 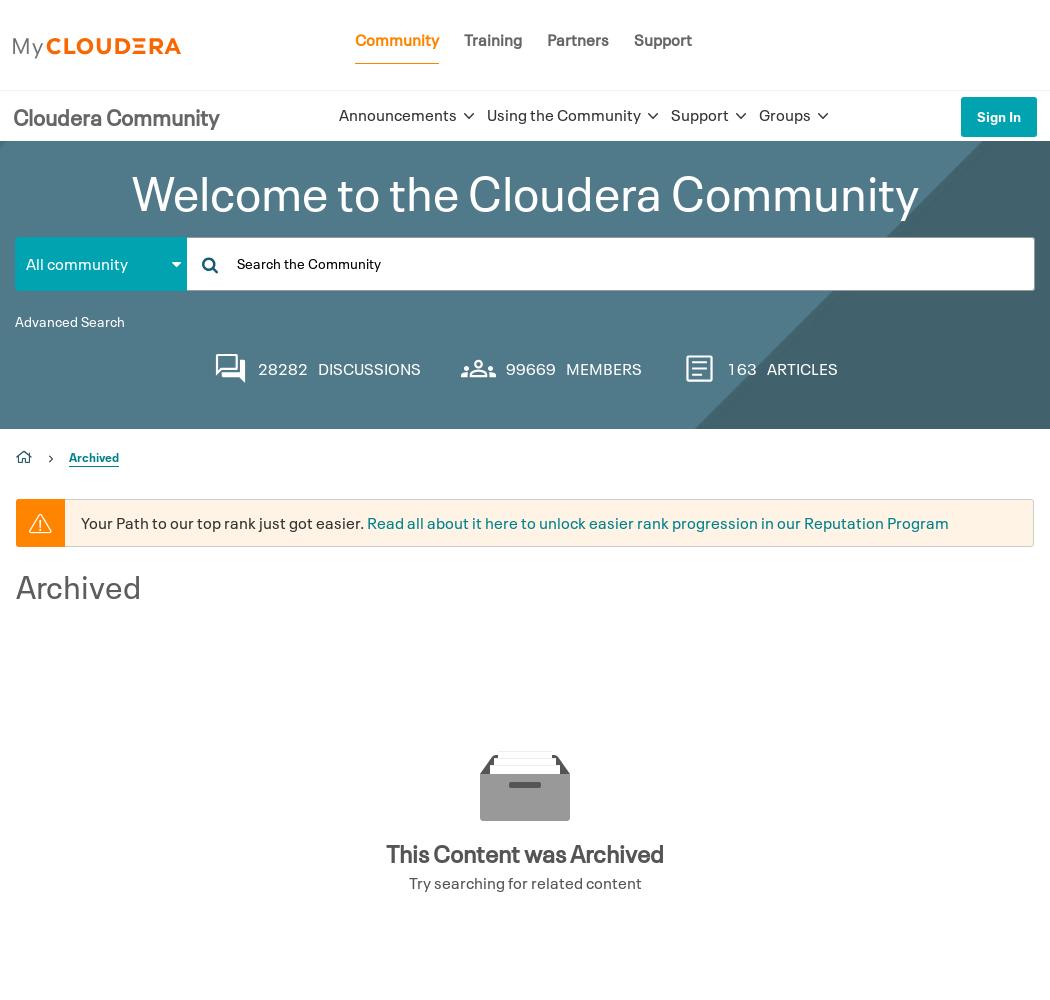 What do you see at coordinates (800, 367) in the screenshot?
I see `'ARTICLES'` at bounding box center [800, 367].